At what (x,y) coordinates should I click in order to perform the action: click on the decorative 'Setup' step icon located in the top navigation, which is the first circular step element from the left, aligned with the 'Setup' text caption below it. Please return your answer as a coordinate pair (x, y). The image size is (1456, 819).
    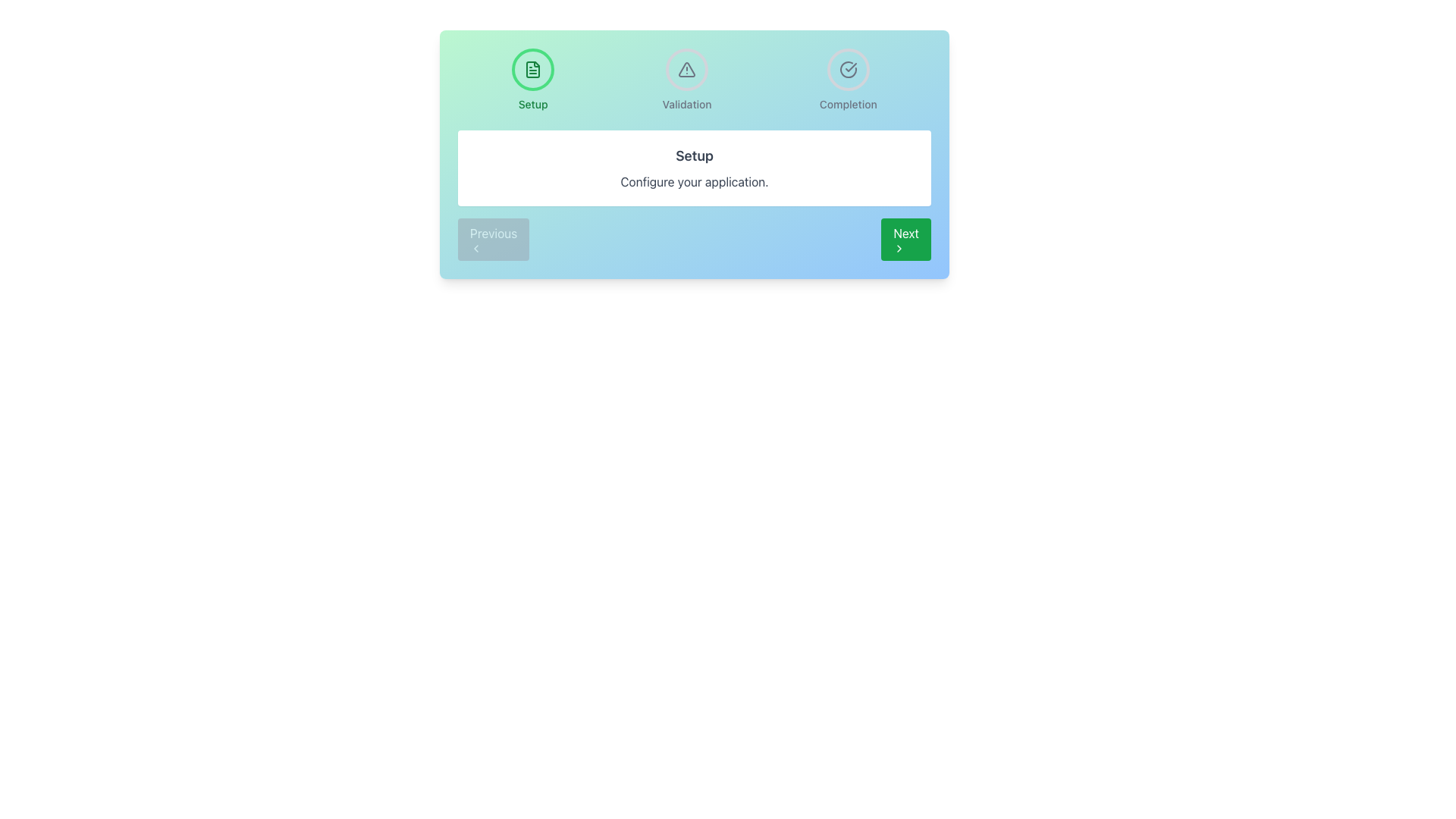
    Looking at the image, I should click on (533, 70).